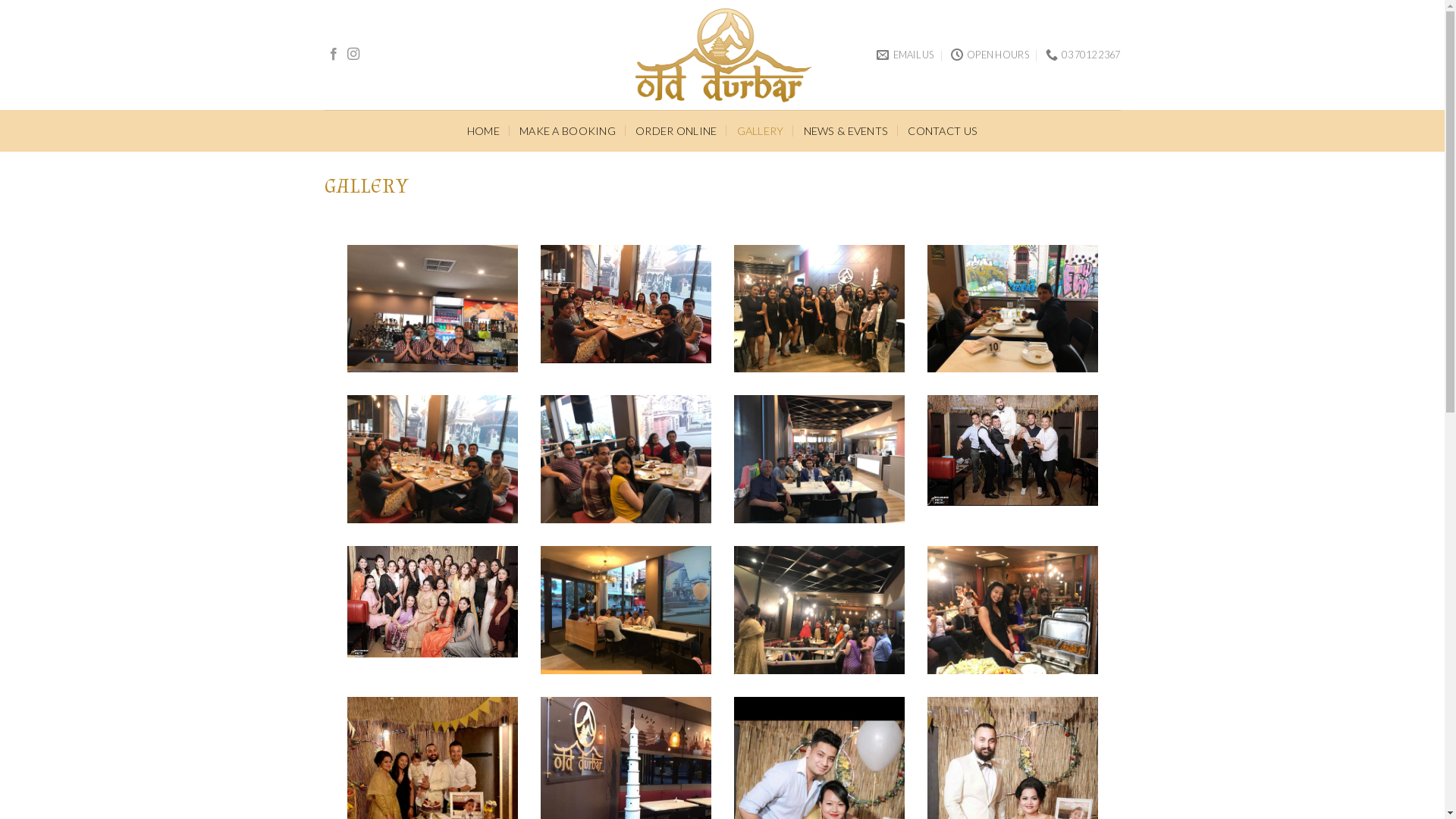  I want to click on 'EMAIL US', so click(877, 54).